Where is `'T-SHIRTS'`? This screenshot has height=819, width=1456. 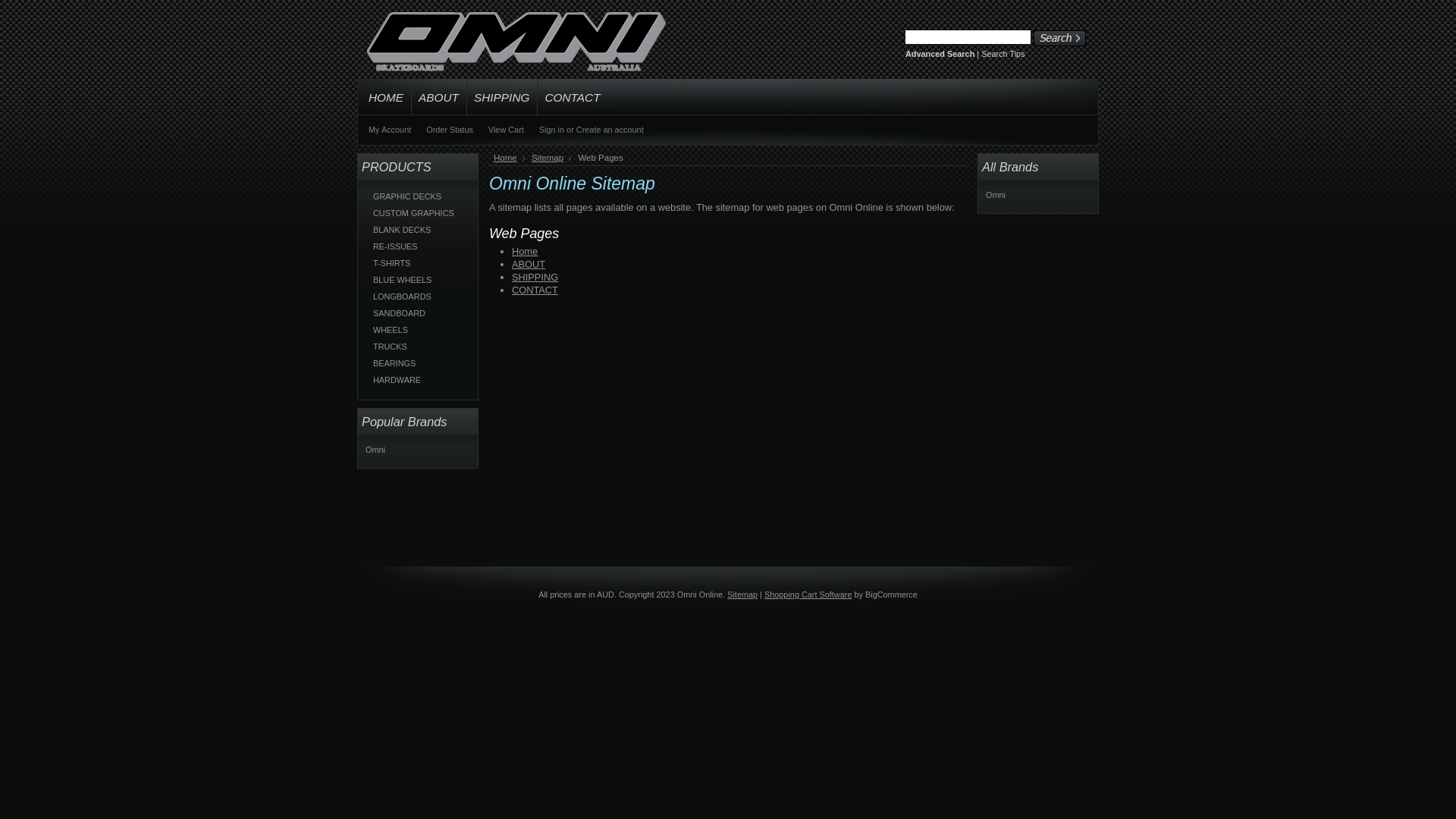 'T-SHIRTS' is located at coordinates (419, 262).